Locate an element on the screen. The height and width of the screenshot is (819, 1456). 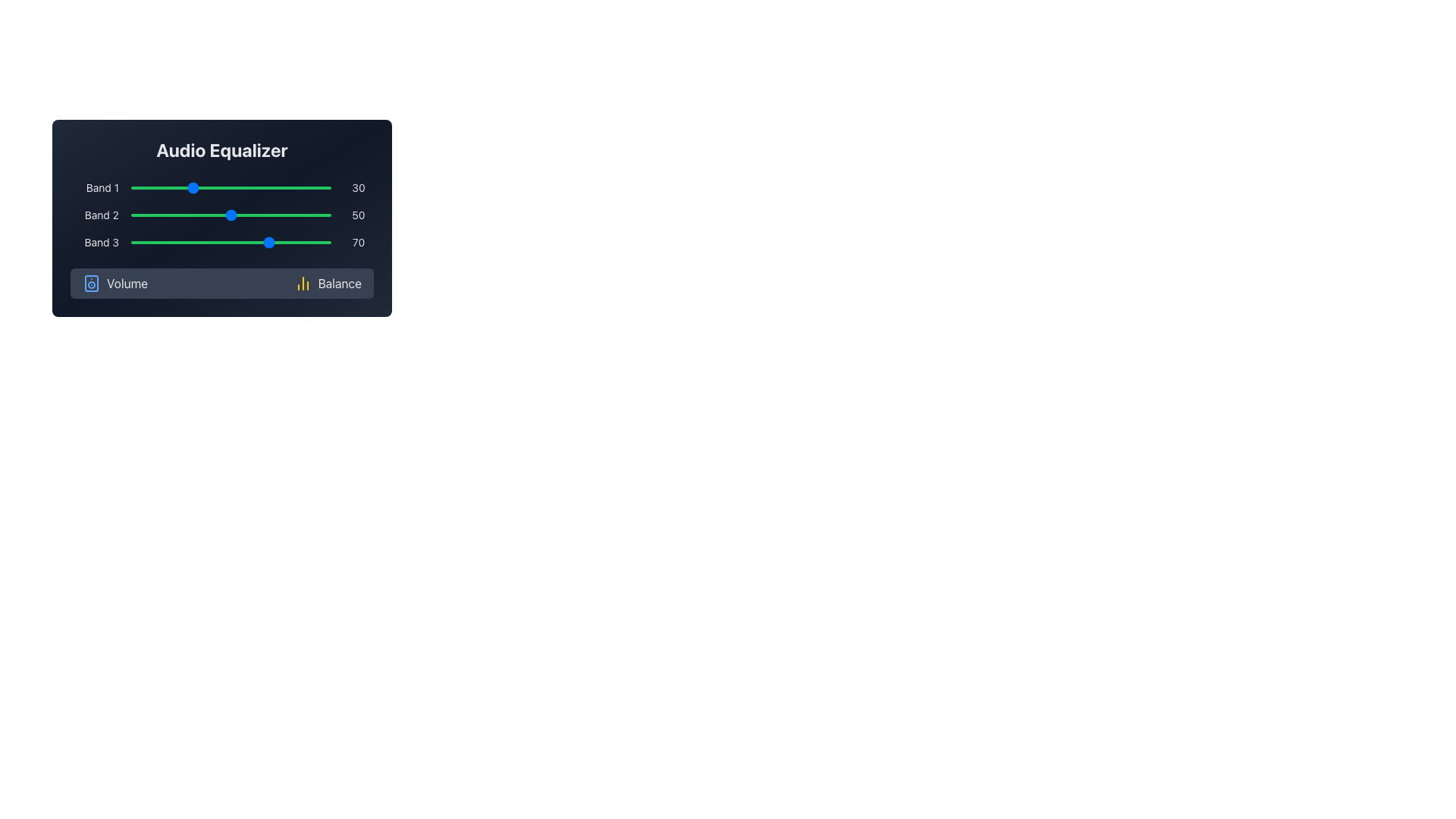
the track of the horizontal slider labeled 'Band 3' to set the thumb position directly is located at coordinates (221, 242).